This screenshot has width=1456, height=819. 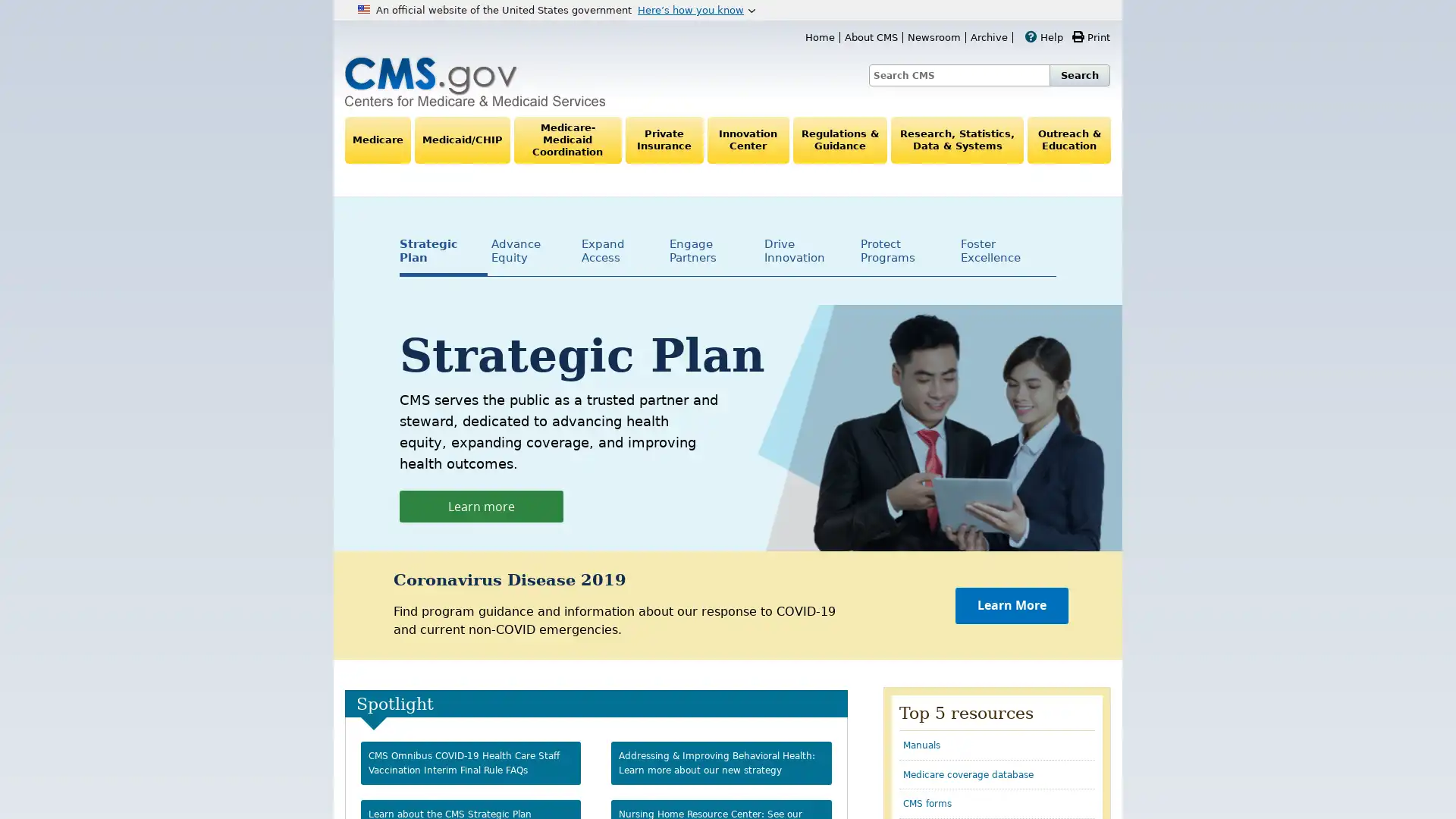 What do you see at coordinates (480, 506) in the screenshot?
I see `Learn more` at bounding box center [480, 506].